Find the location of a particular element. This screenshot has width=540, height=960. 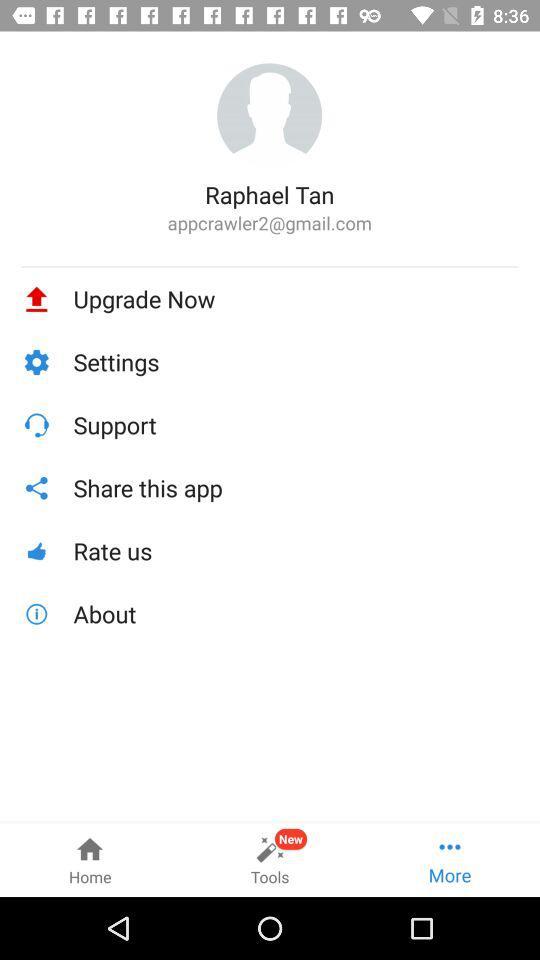

the item below the raphael tan is located at coordinates (269, 223).